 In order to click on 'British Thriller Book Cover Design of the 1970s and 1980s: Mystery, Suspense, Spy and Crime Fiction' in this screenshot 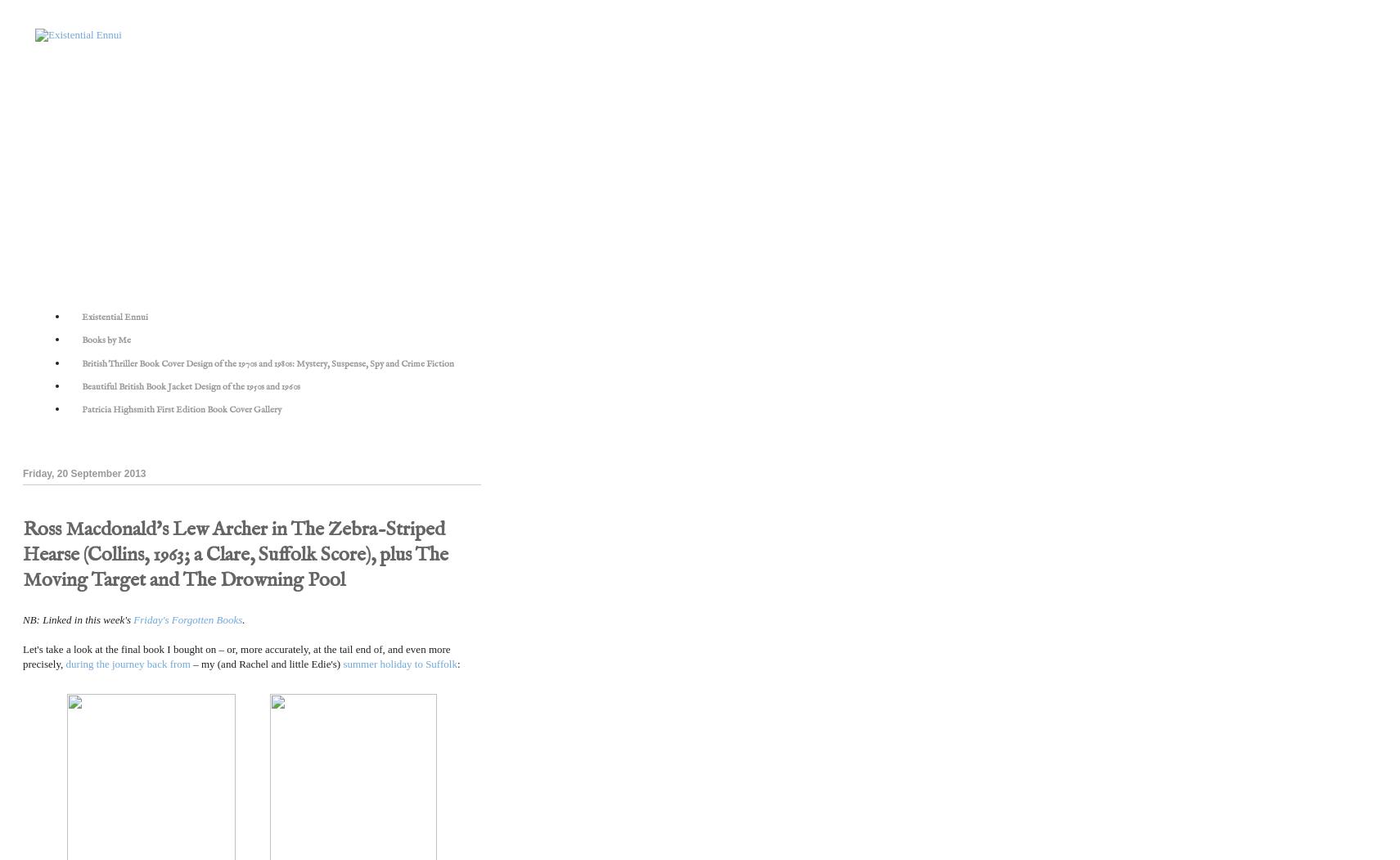, I will do `click(267, 363)`.